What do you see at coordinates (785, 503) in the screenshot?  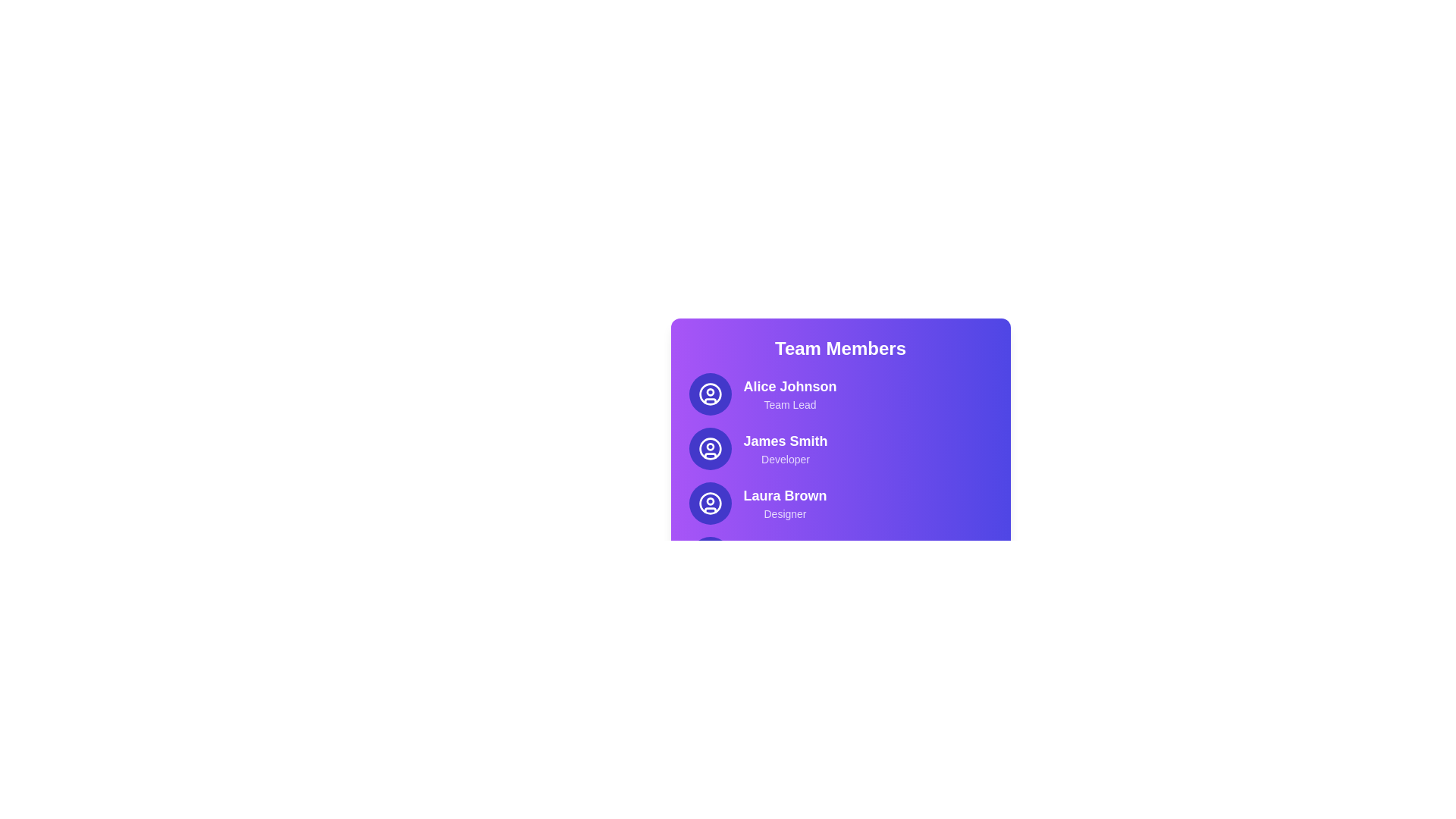 I see `name 'Laura Brown' and role 'Designer' displayed in the Text Display Group, which is the third entry in the list of team members, positioned beneath 'James Smith (Developer)'` at bounding box center [785, 503].